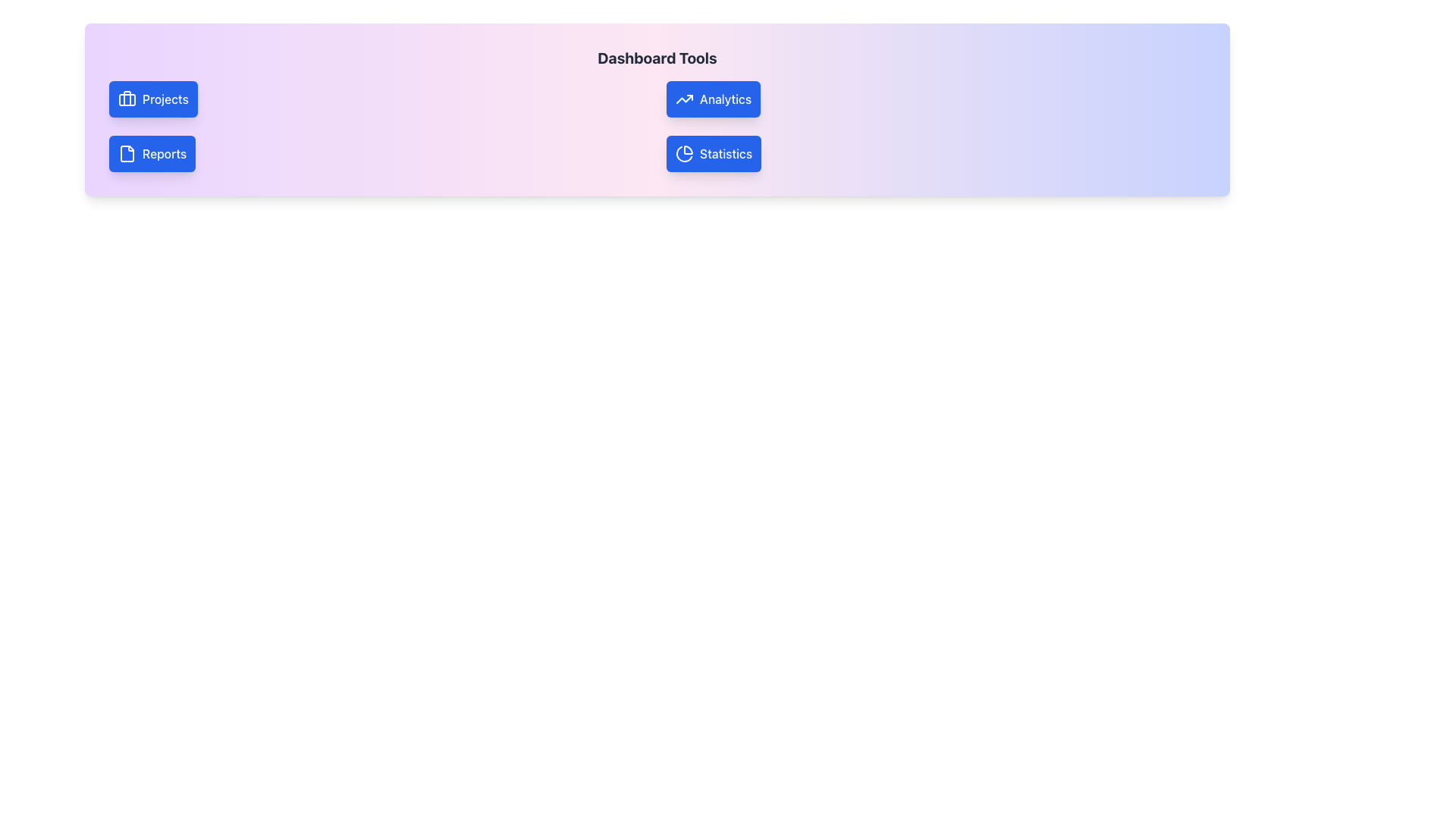 This screenshot has height=819, width=1456. I want to click on the 'Analytics' button, so click(712, 99).